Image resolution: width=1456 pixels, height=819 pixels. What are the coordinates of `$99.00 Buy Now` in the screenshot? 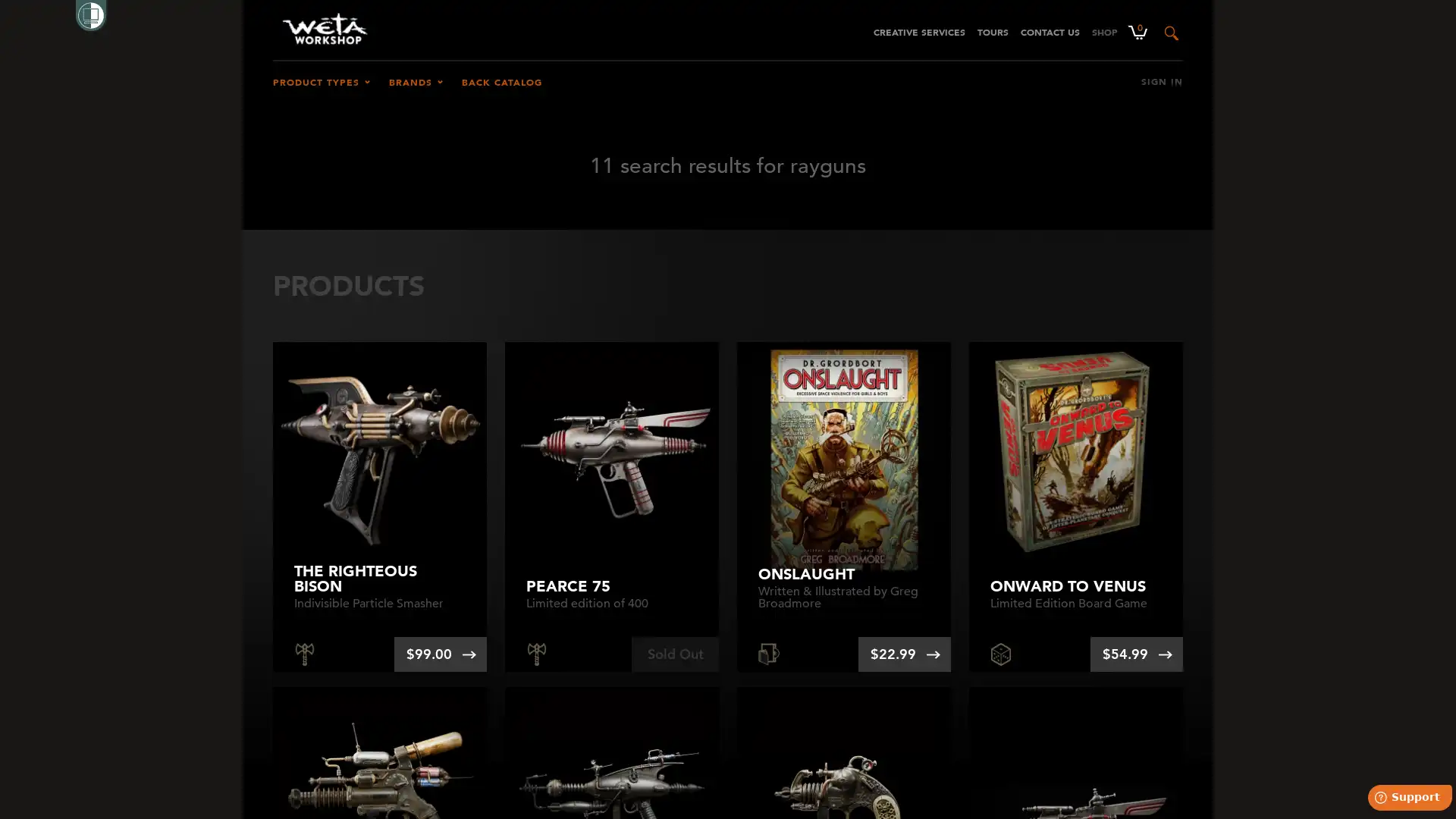 It's located at (439, 654).